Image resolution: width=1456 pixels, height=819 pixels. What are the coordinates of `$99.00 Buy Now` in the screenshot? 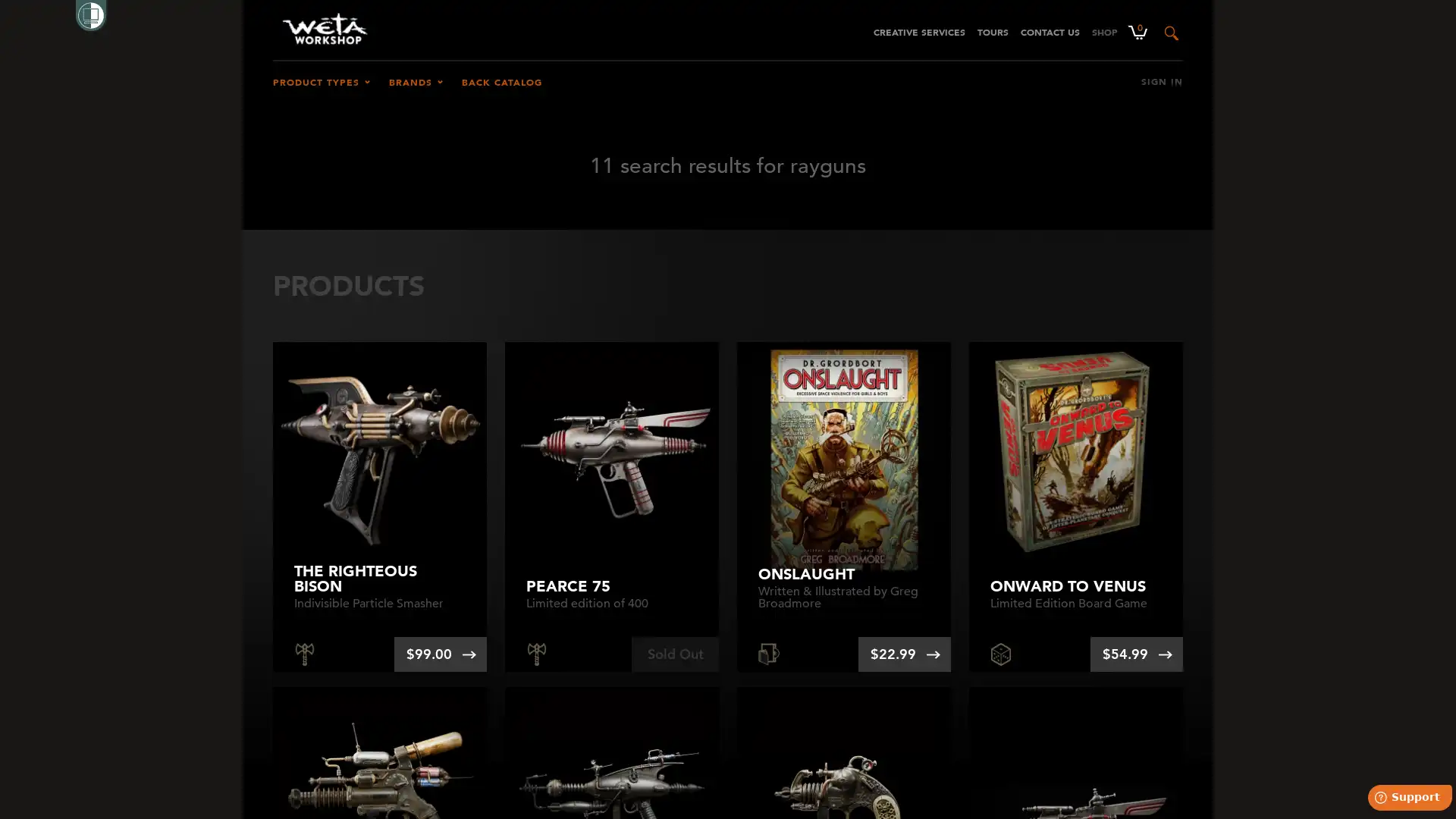 It's located at (439, 654).